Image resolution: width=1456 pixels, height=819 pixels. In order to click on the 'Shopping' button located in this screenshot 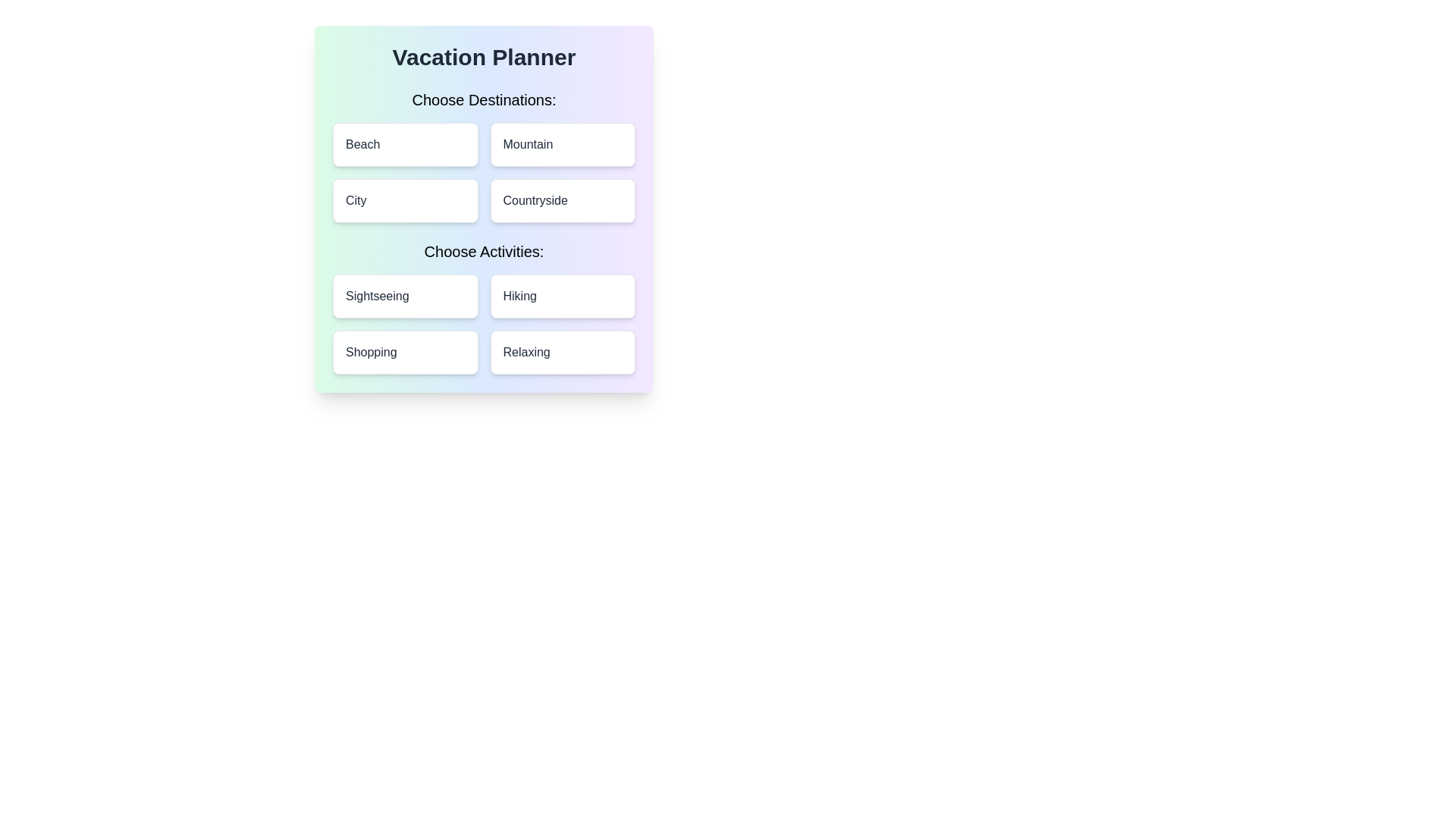, I will do `click(405, 353)`.